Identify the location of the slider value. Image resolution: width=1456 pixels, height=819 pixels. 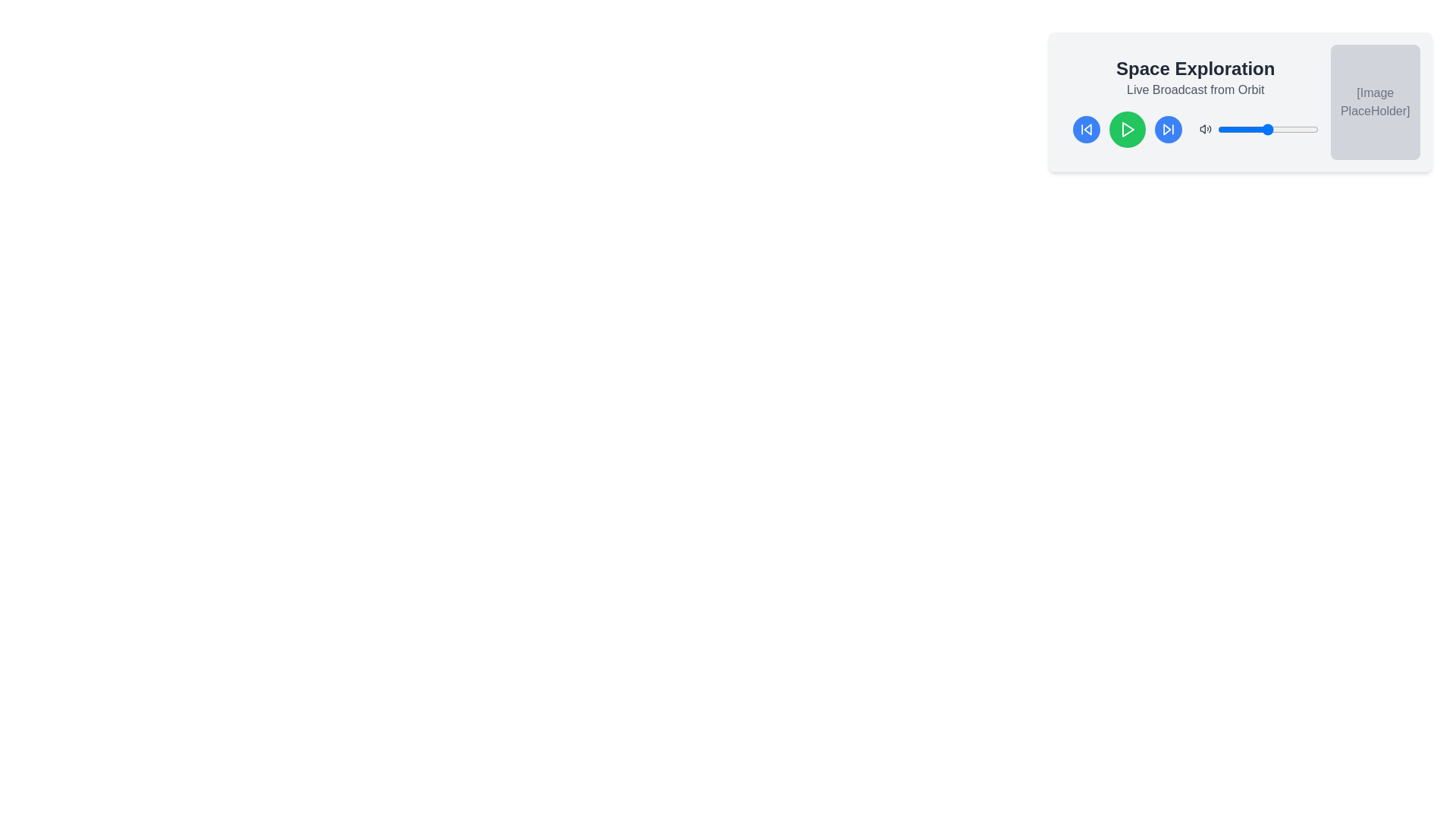
(1303, 128).